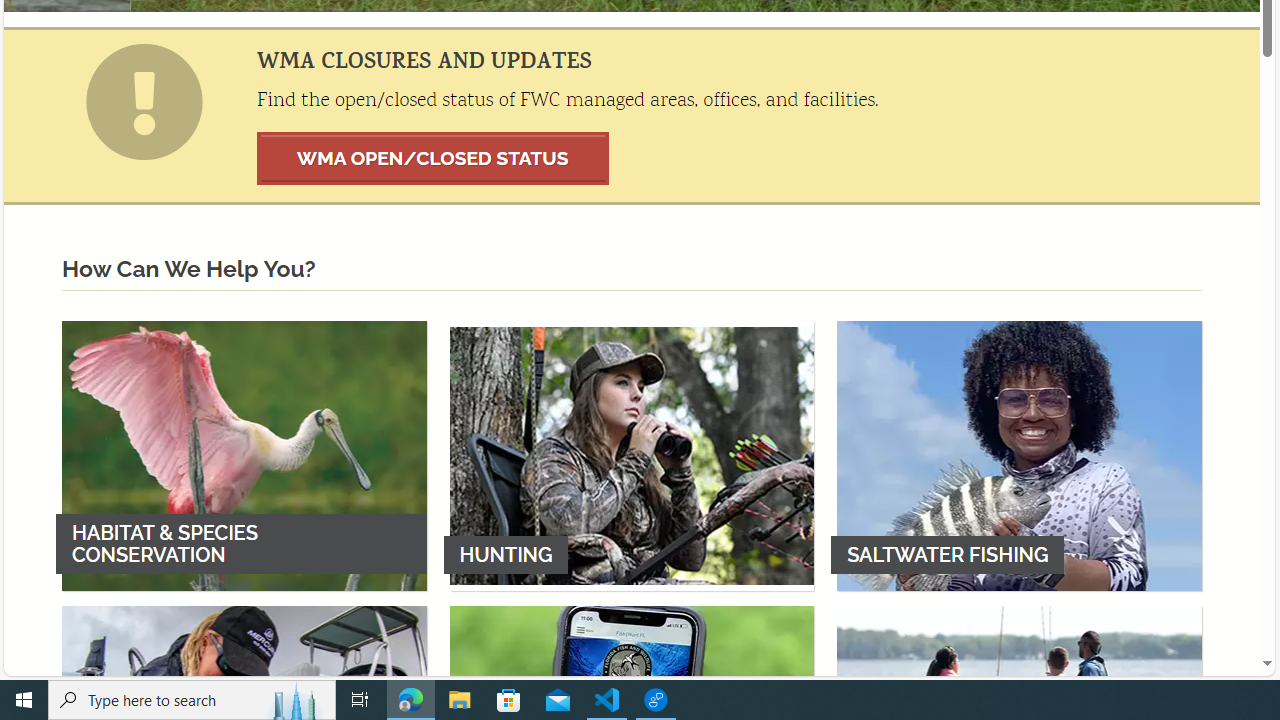 This screenshot has height=720, width=1280. I want to click on 'SALTWATER FISHING', so click(1019, 455).